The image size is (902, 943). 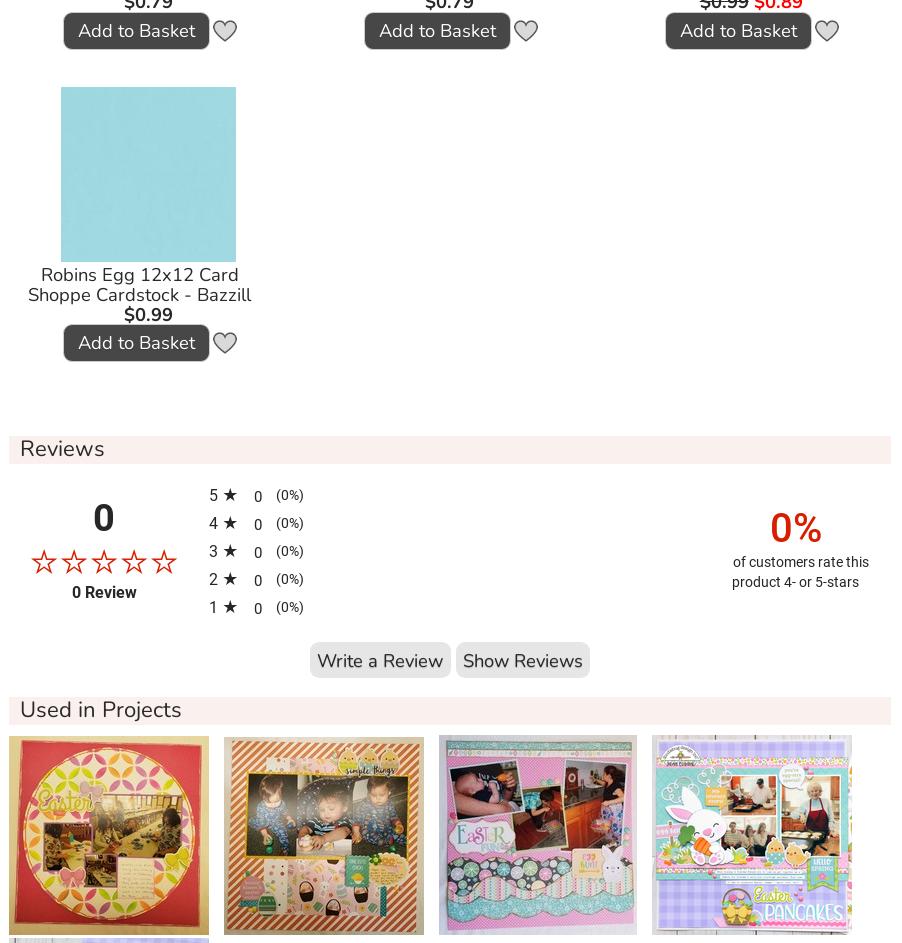 What do you see at coordinates (26, 283) in the screenshot?
I see `'Robins Egg 12x12 Card Shoppe Cardstock - Bazzill'` at bounding box center [26, 283].